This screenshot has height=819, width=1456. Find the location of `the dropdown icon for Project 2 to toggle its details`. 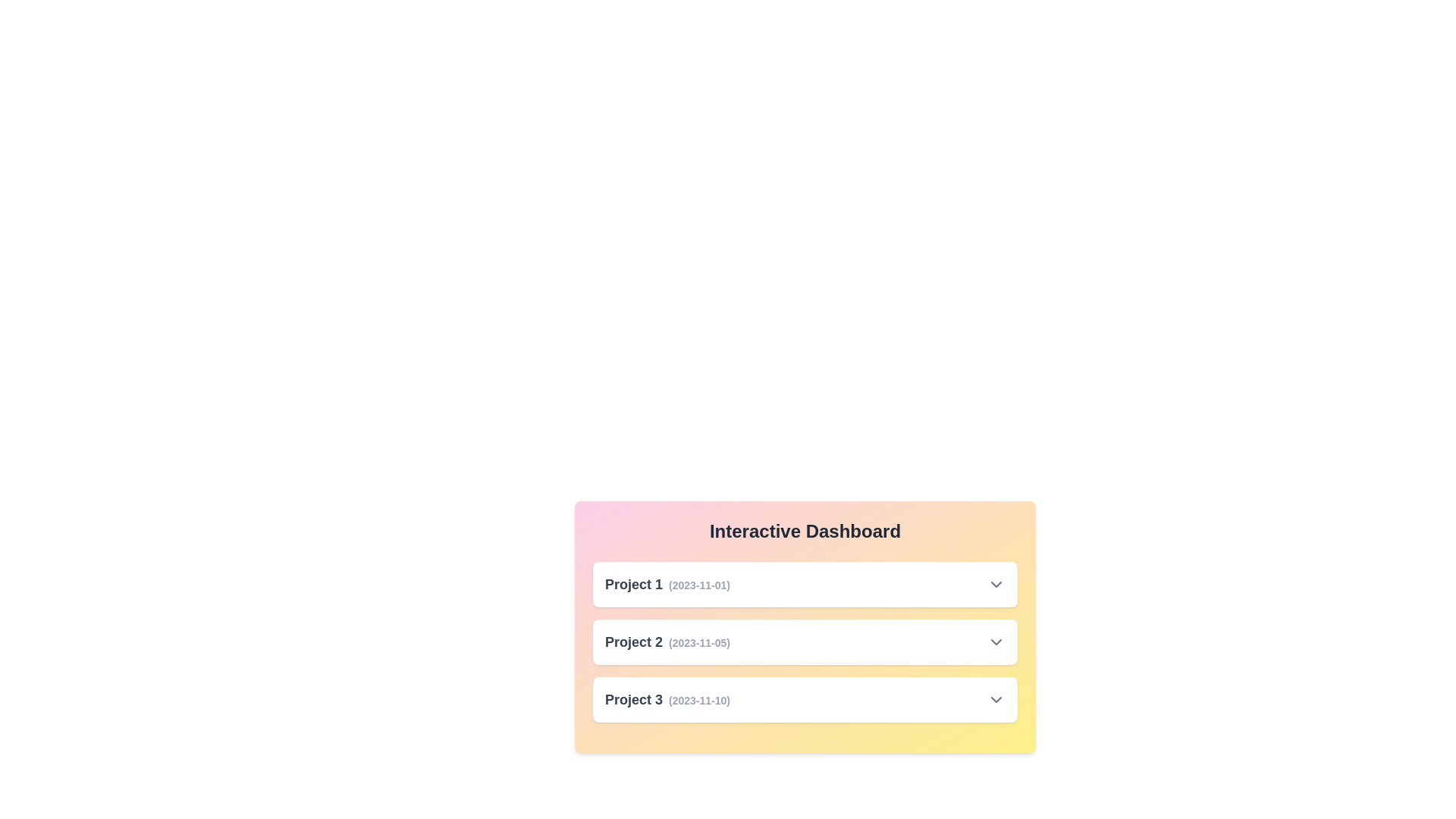

the dropdown icon for Project 2 to toggle its details is located at coordinates (996, 642).